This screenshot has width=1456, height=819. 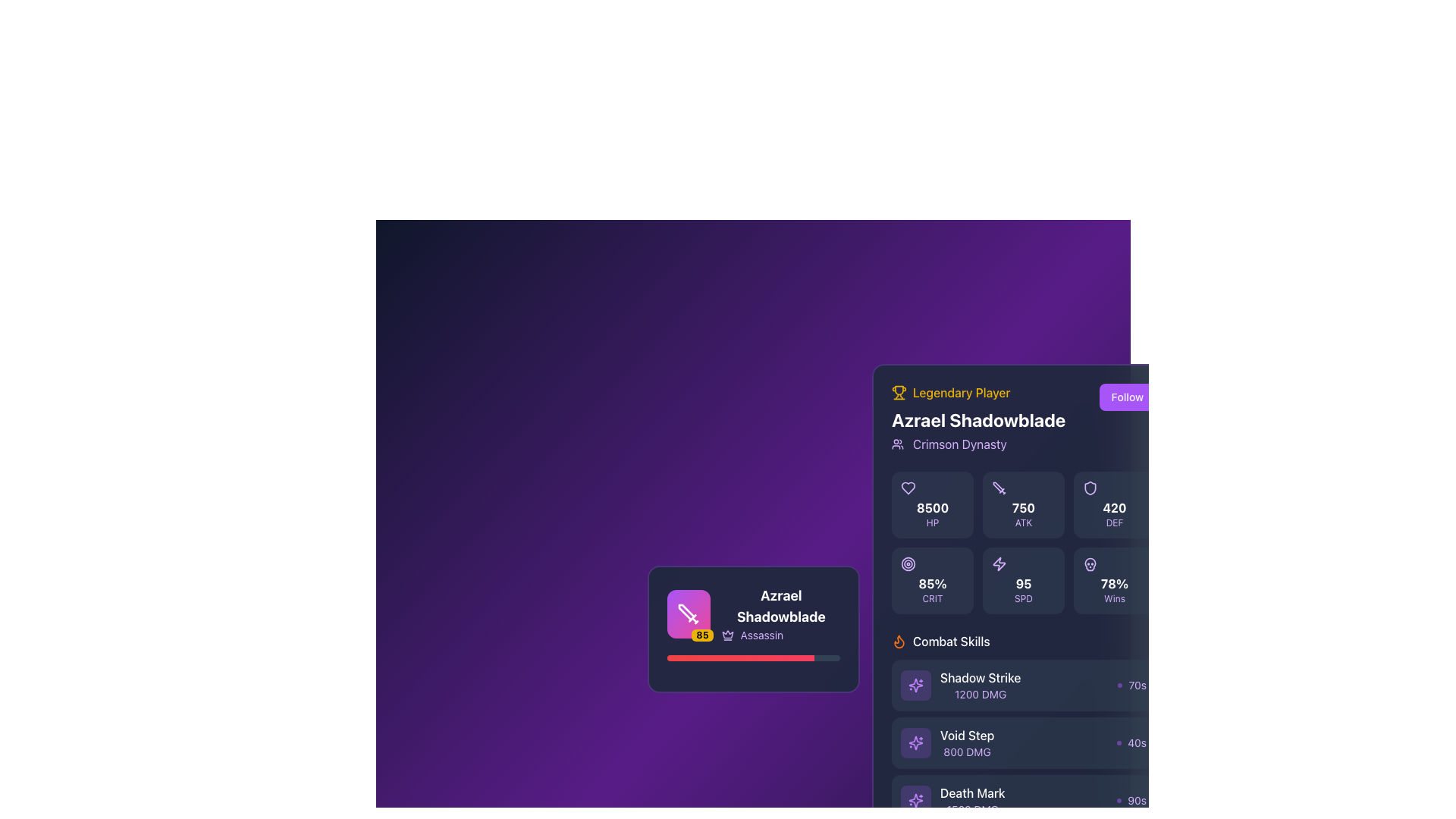 I want to click on the purple shield icon at the top center of the Stat card with a dark slate gray background and bold white number '420', so click(x=1114, y=505).